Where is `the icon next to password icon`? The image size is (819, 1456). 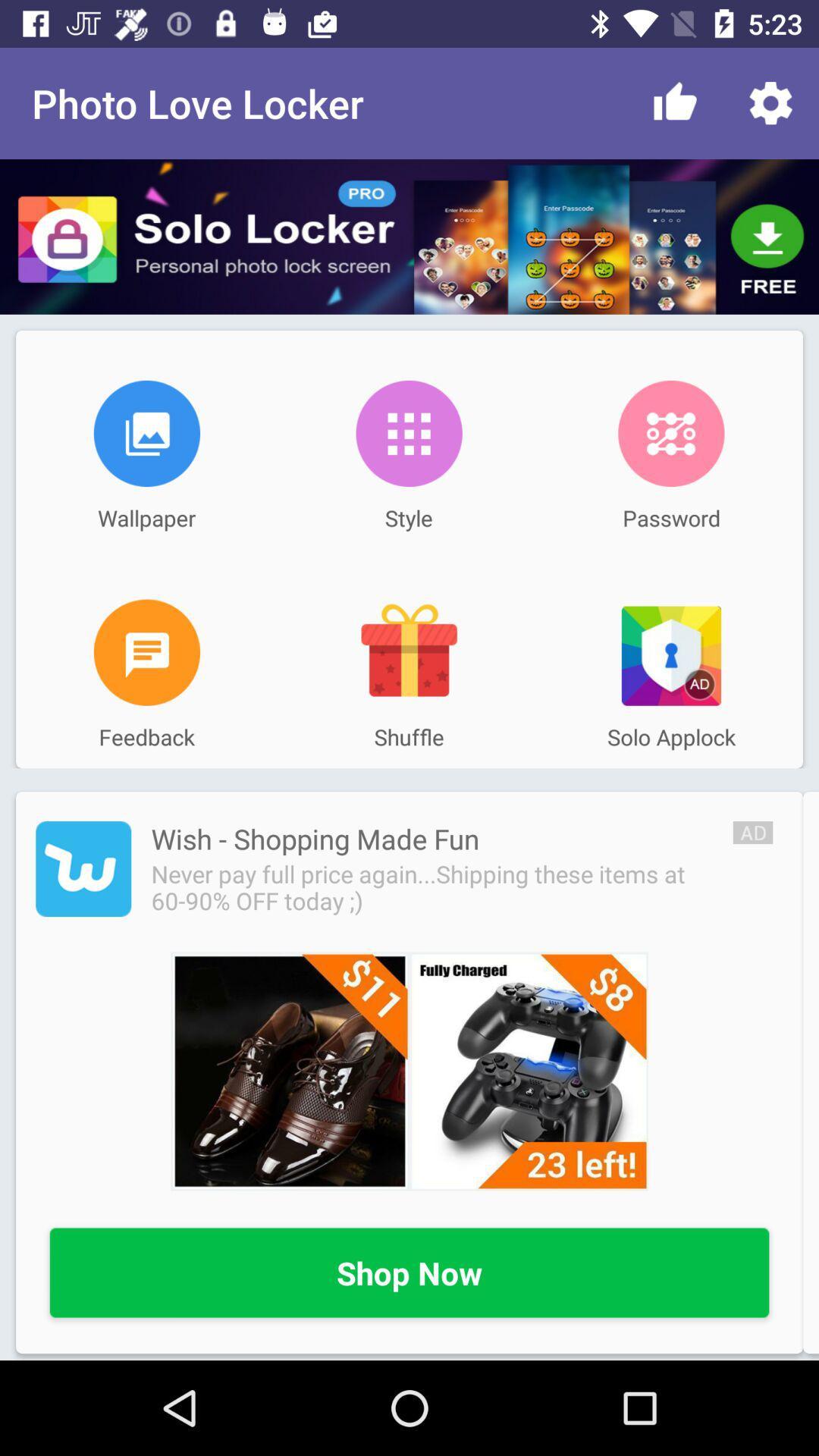
the icon next to password icon is located at coordinates (408, 432).